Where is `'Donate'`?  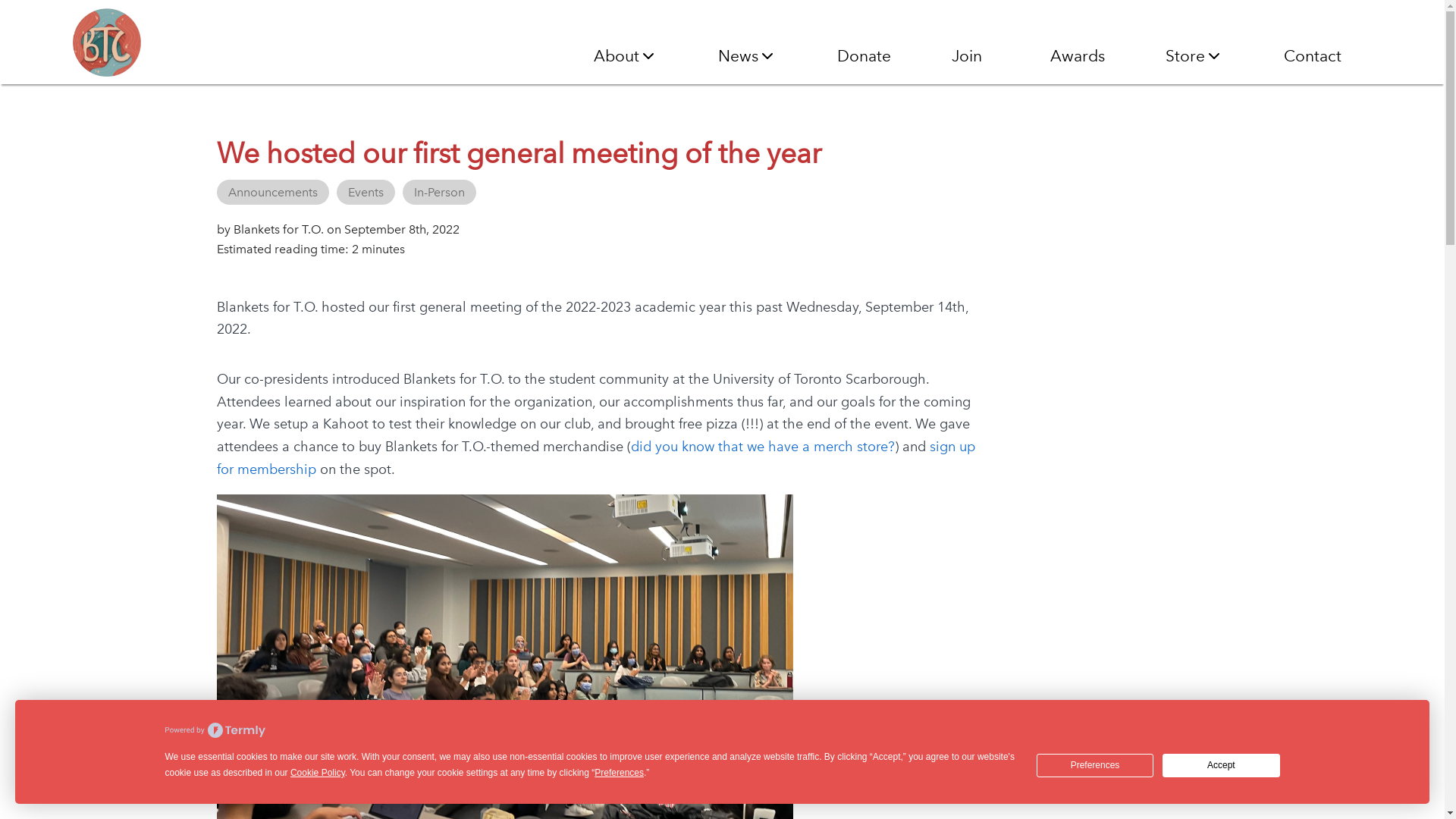 'Donate' is located at coordinates (864, 55).